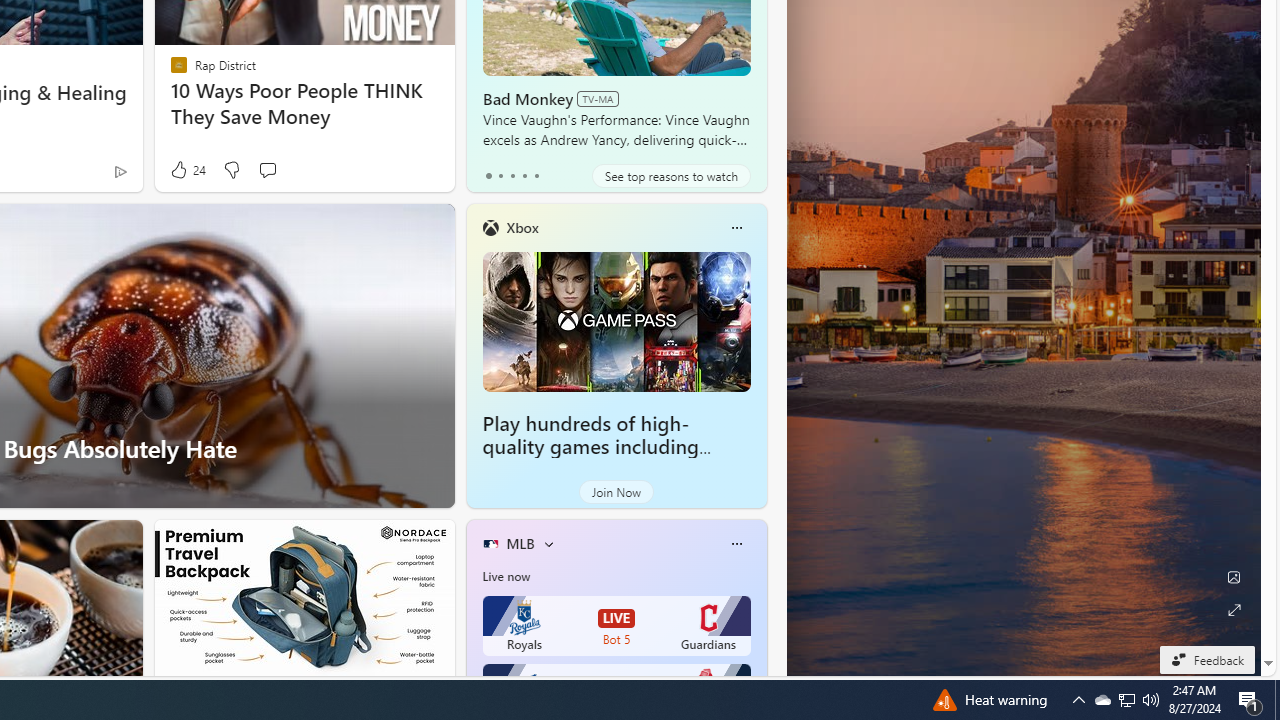 This screenshot has width=1280, height=720. I want to click on 'Start the conversation', so click(266, 169).